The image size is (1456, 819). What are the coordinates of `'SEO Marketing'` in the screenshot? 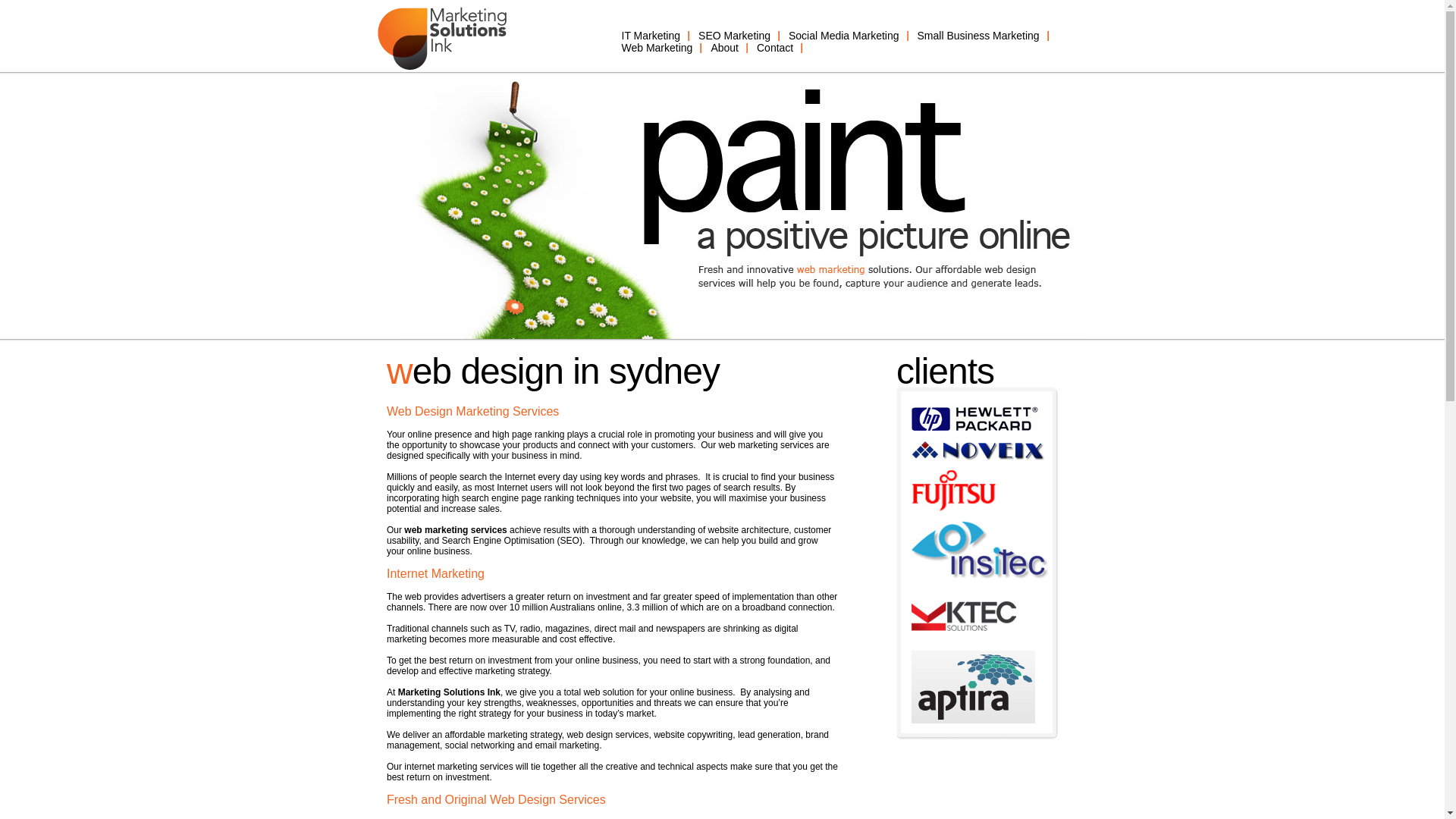 It's located at (734, 34).